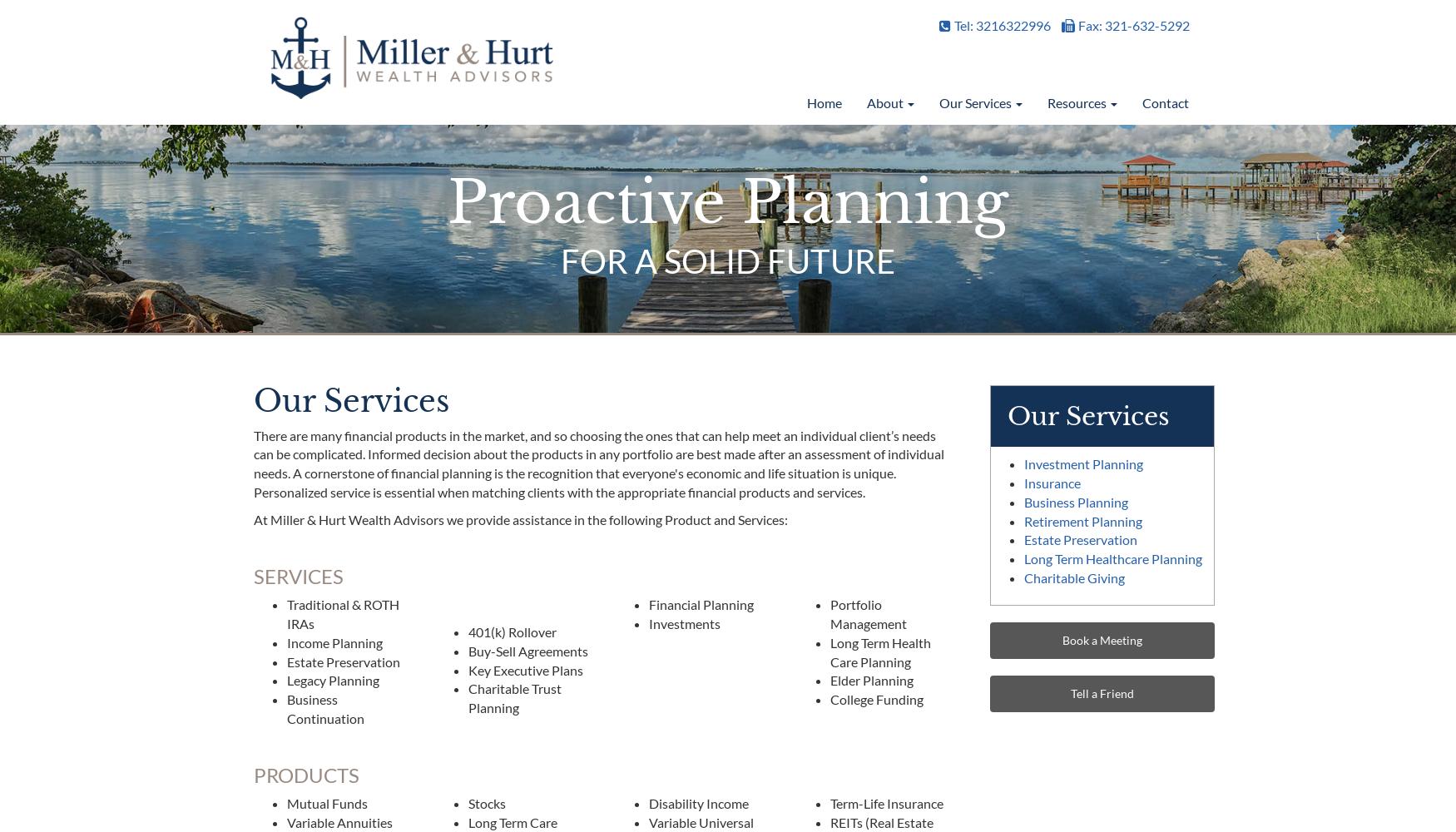 This screenshot has height=832, width=1456. Describe the element at coordinates (867, 612) in the screenshot. I see `'Portfolio Management'` at that location.